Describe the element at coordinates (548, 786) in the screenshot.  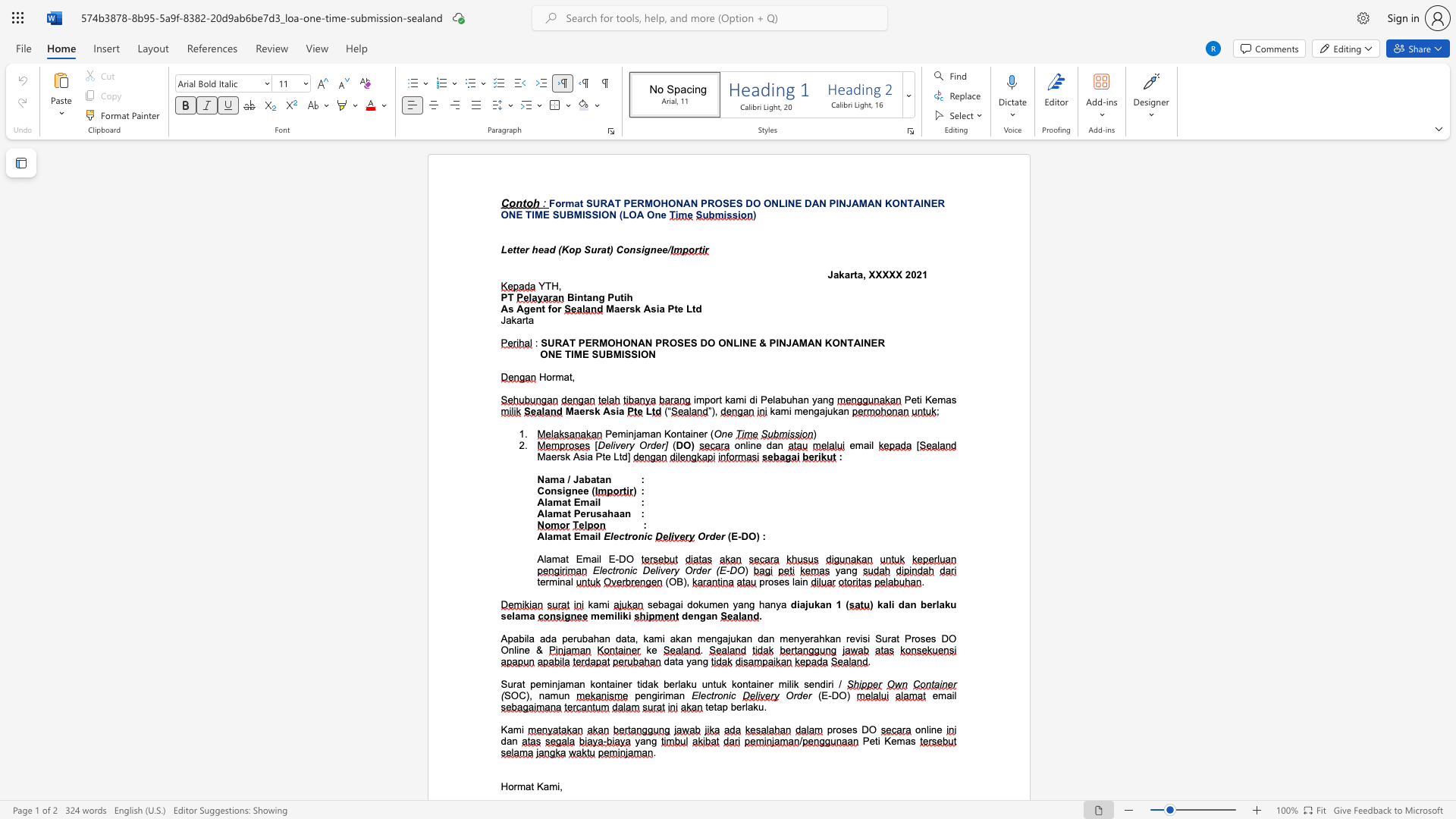
I see `the subset text "mi" within the text "Hormat Kami,"` at that location.